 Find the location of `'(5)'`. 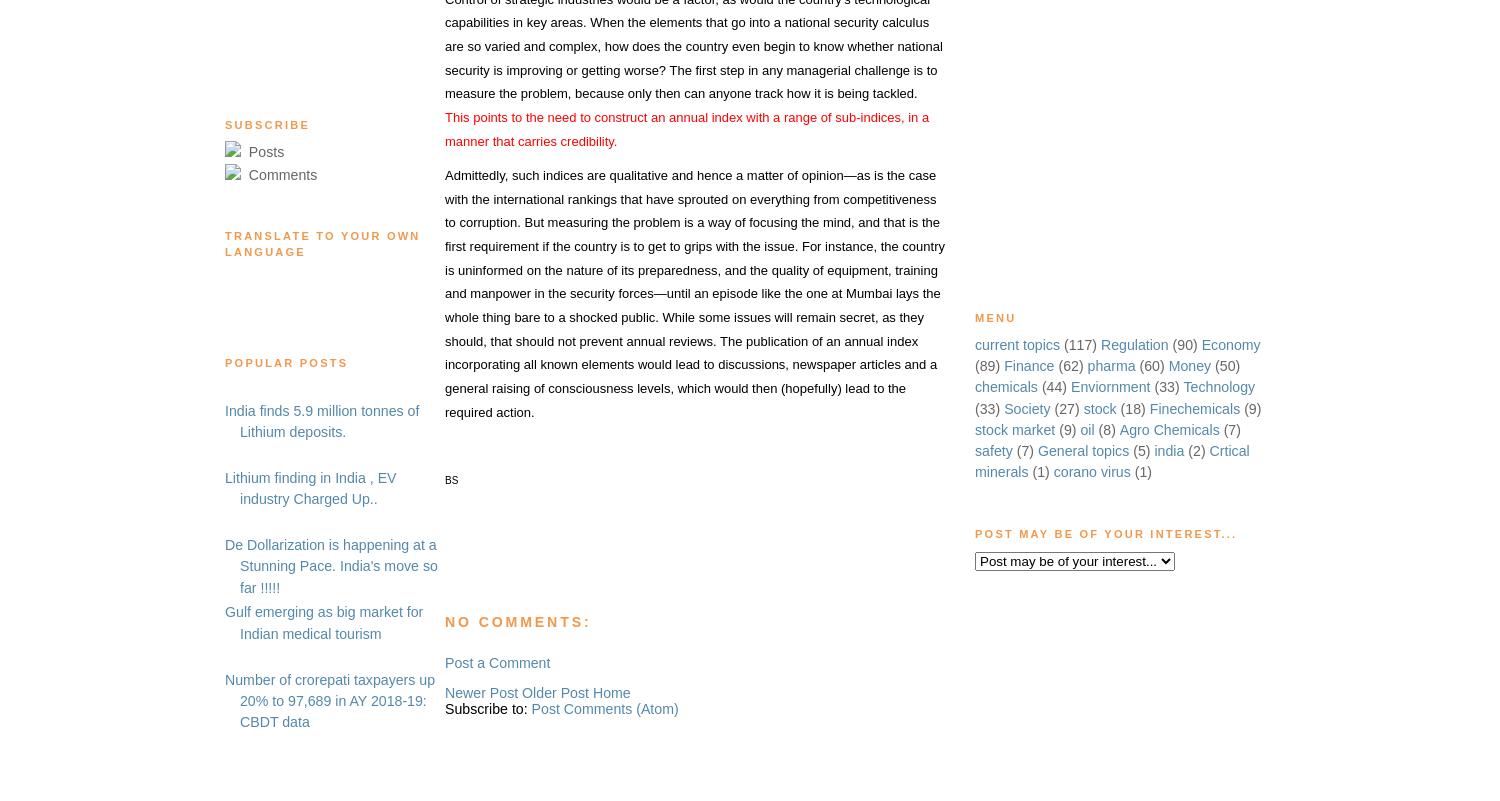

'(5)' is located at coordinates (1132, 450).